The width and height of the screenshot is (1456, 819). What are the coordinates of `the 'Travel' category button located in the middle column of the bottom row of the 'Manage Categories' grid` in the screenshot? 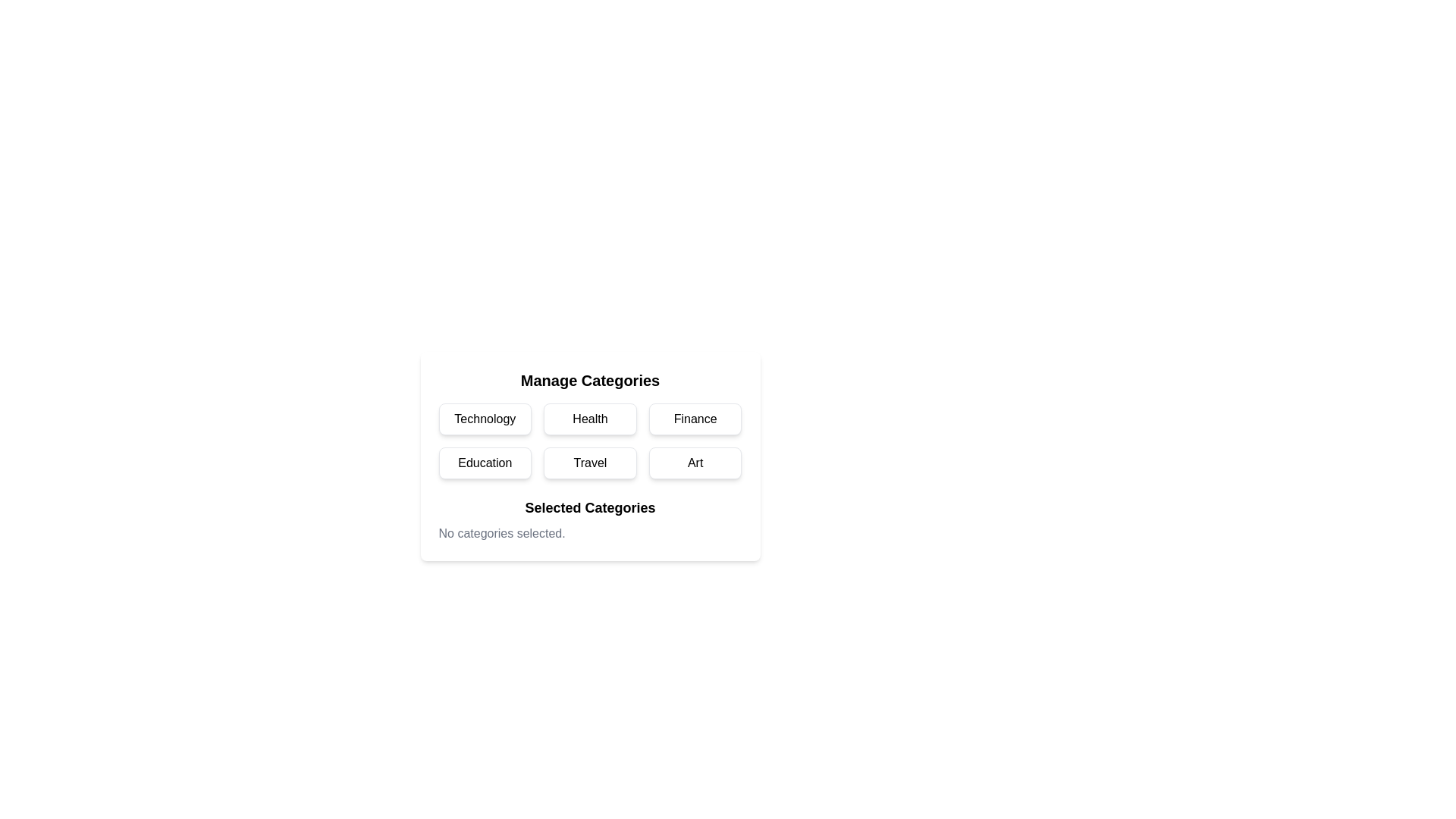 It's located at (589, 462).